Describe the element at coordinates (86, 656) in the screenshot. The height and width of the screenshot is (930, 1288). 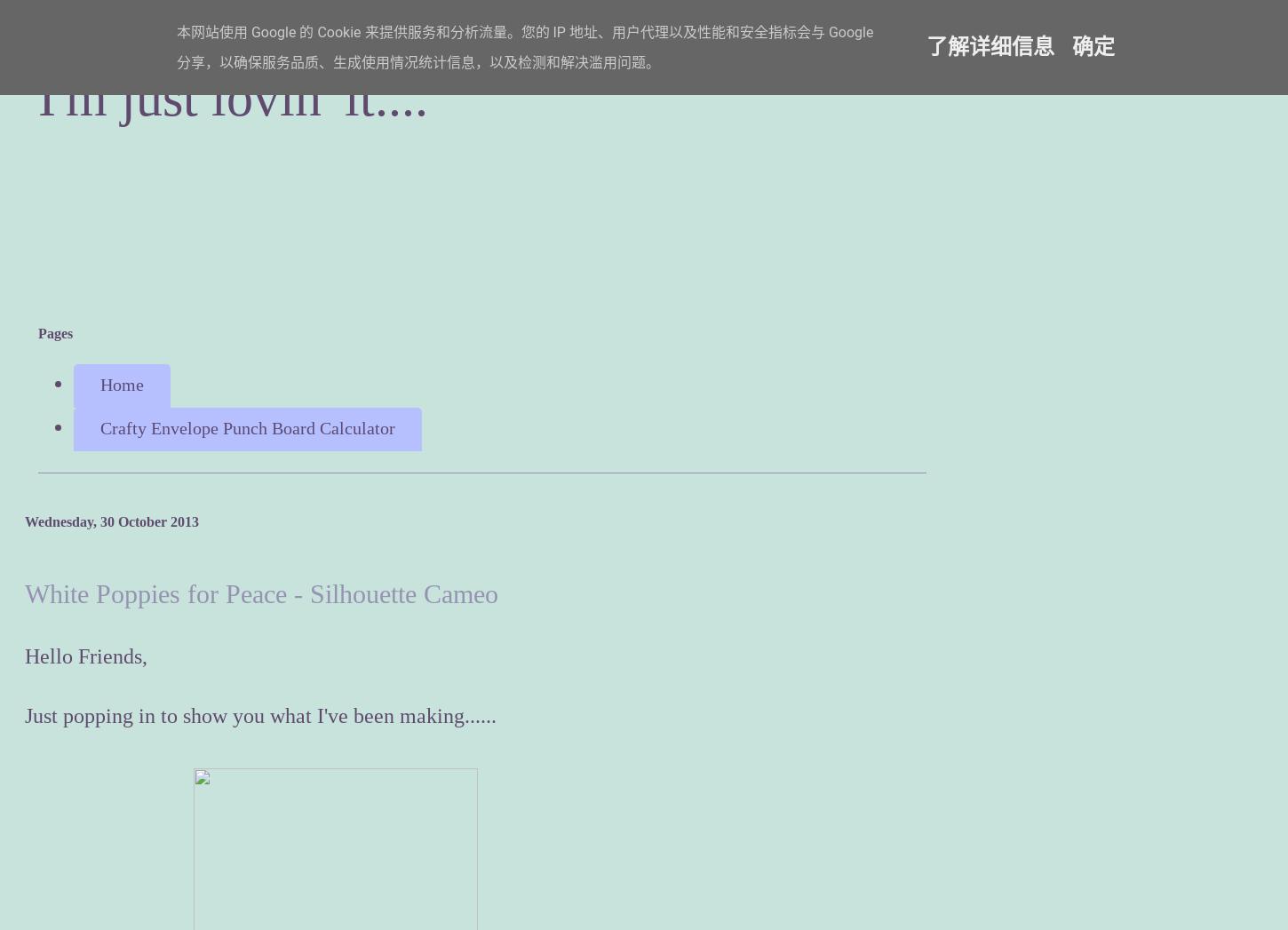
I see `'Hello Friends,'` at that location.